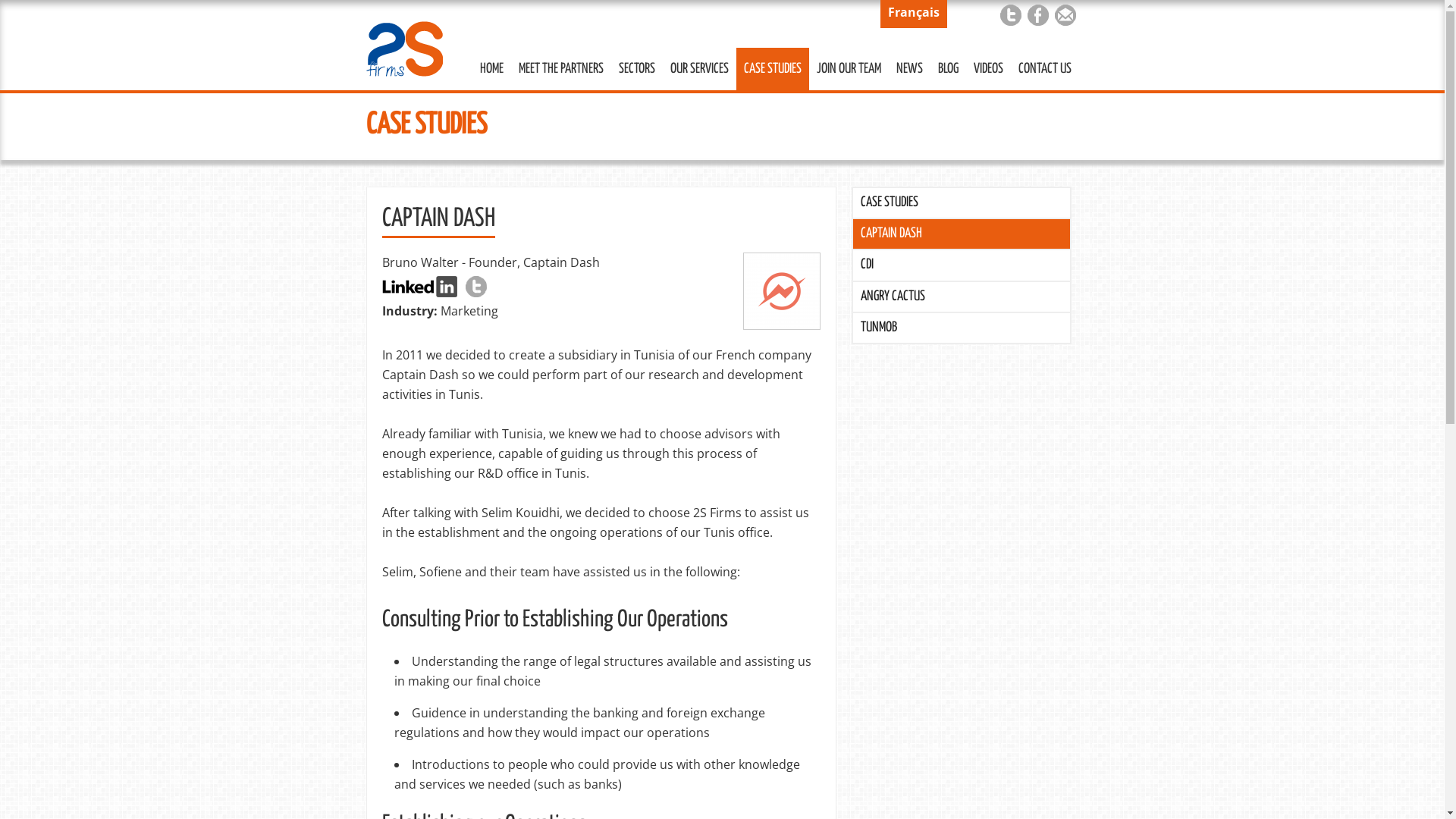 Image resolution: width=1456 pixels, height=819 pixels. I want to click on 'TUNMOB', so click(960, 327).